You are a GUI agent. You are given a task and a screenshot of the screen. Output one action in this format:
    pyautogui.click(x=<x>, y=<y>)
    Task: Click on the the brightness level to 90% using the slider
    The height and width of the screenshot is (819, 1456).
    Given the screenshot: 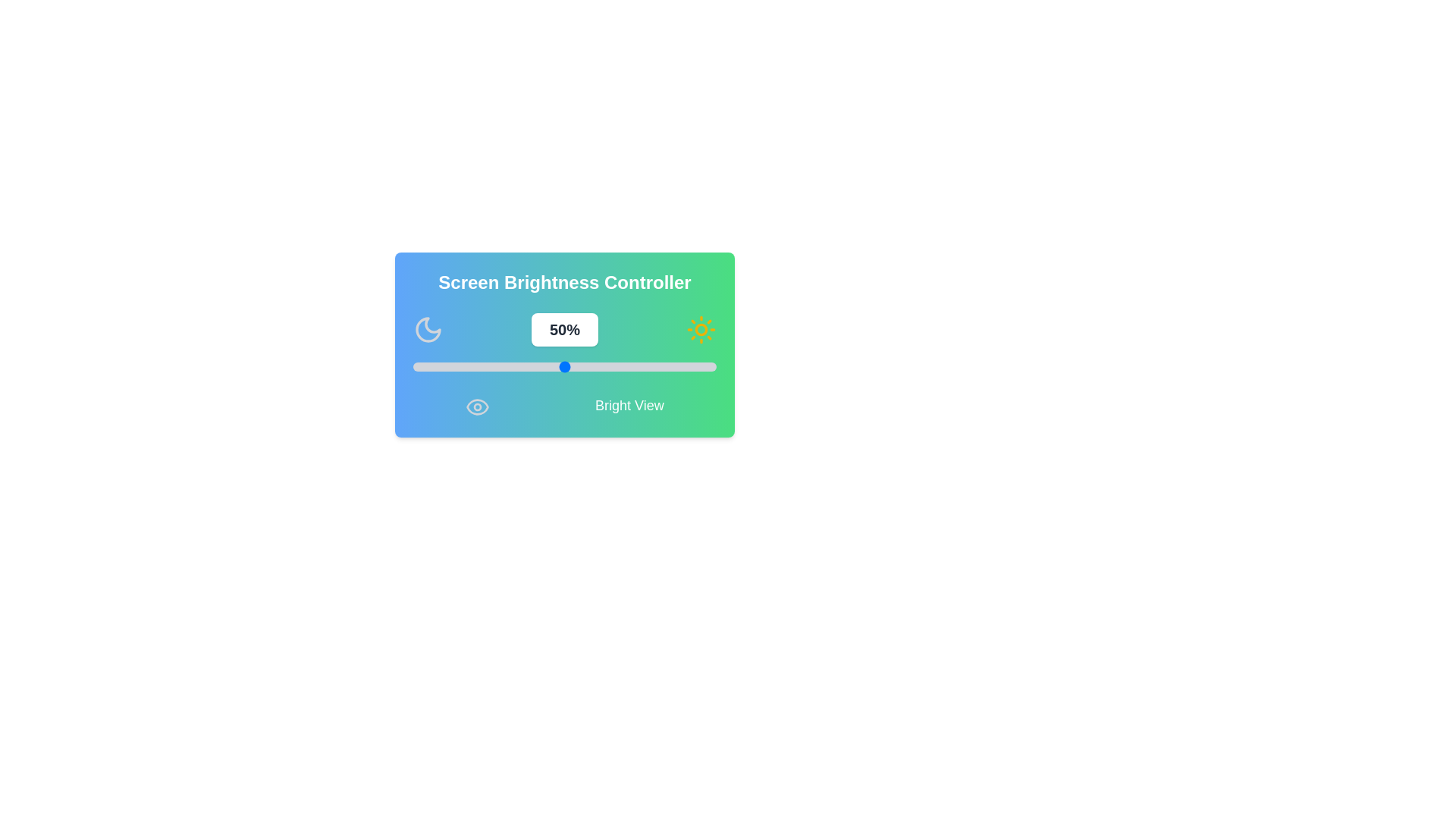 What is the action you would take?
    pyautogui.click(x=686, y=366)
    